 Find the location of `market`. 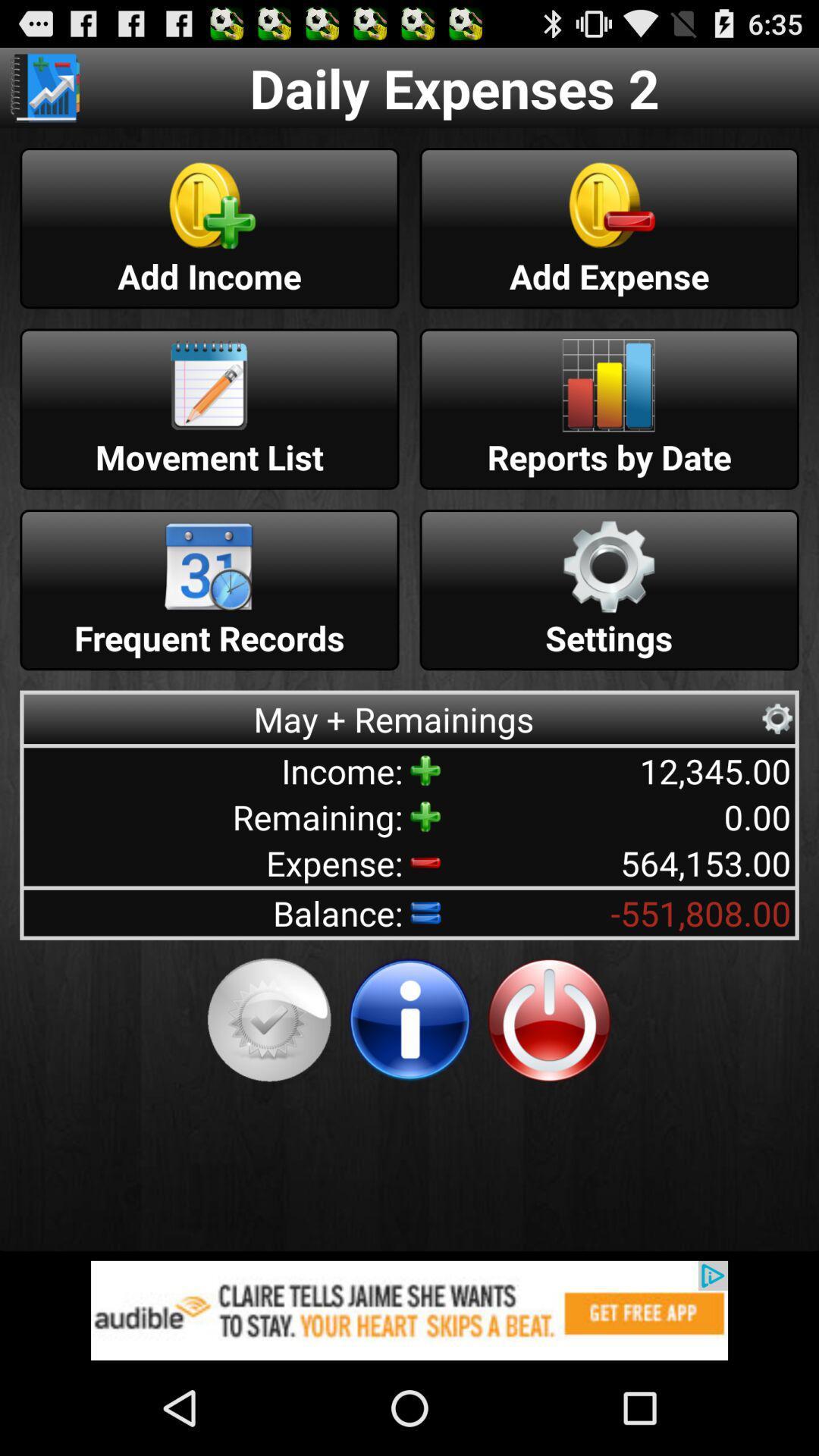

market is located at coordinates (44, 86).